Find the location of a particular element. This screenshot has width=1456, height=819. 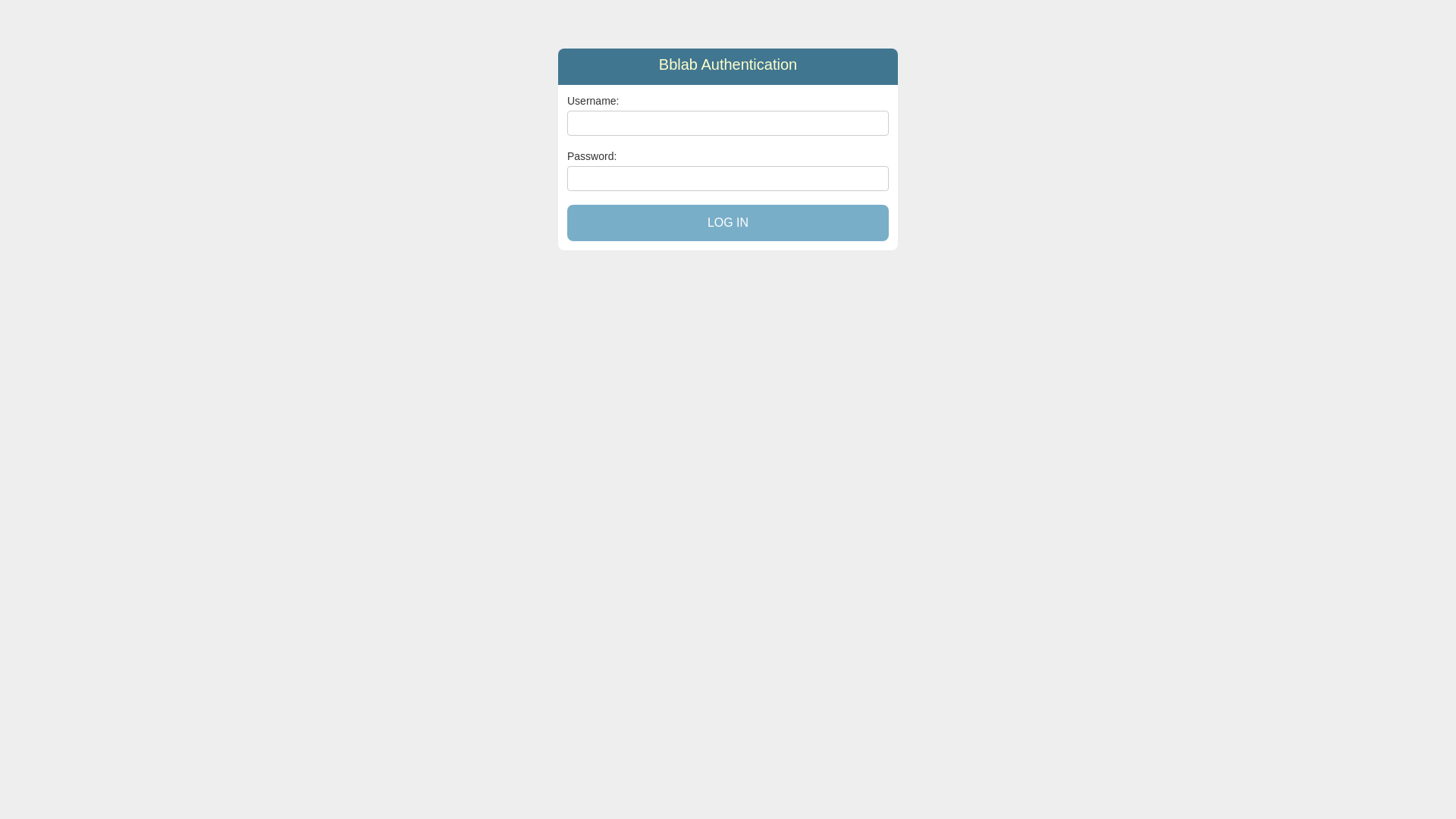

'LOG IN' is located at coordinates (728, 222).